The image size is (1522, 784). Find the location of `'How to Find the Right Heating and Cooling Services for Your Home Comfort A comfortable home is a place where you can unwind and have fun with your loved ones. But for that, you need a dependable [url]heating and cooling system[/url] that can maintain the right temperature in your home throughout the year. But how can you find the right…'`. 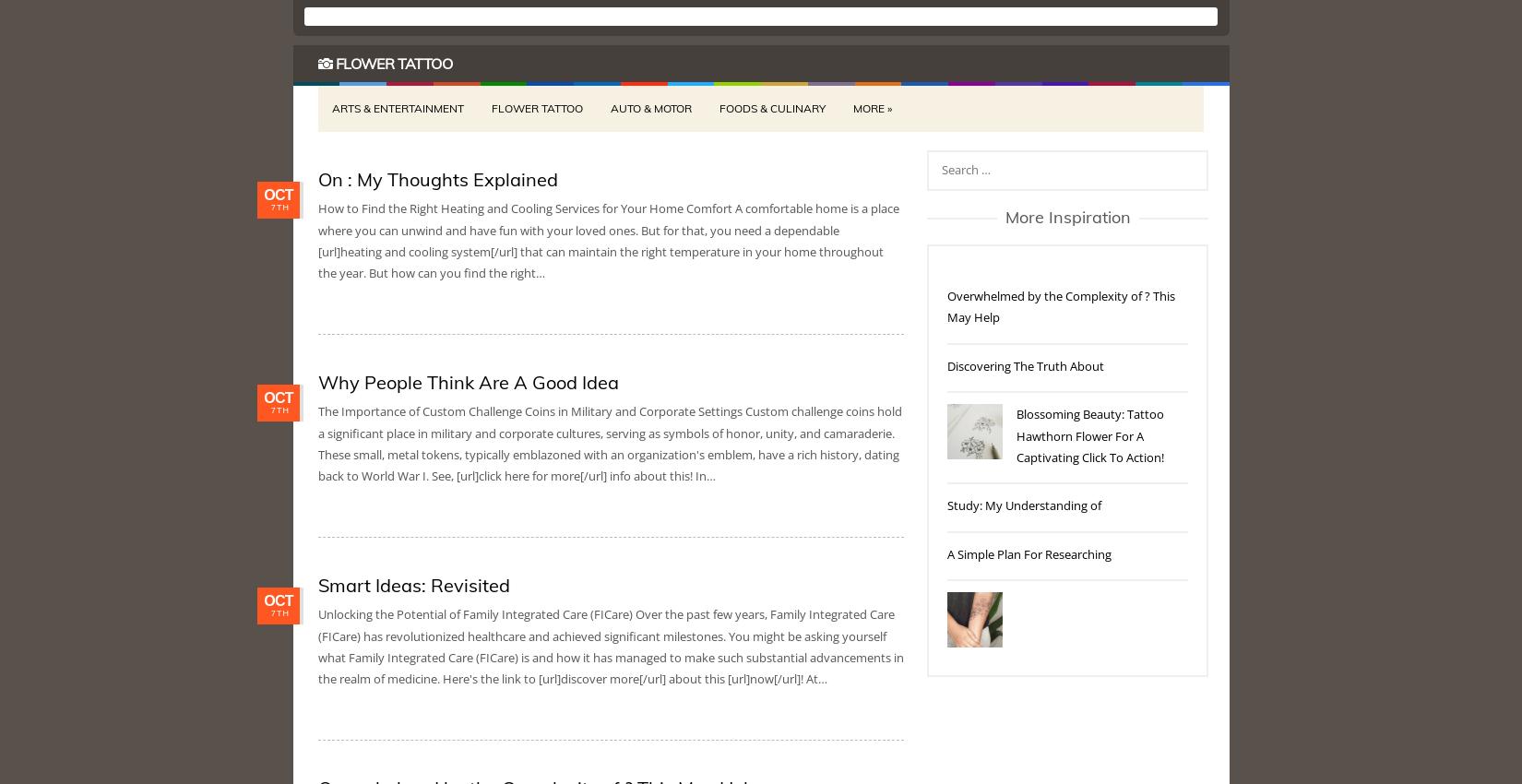

'How to Find the Right Heating and Cooling Services for Your Home Comfort A comfortable home is a place where you can unwind and have fun with your loved ones. But for that, you need a dependable [url]heating and cooling system[/url] that can maintain the right temperature in your home throughout the year. But how can you find the right…' is located at coordinates (608, 240).